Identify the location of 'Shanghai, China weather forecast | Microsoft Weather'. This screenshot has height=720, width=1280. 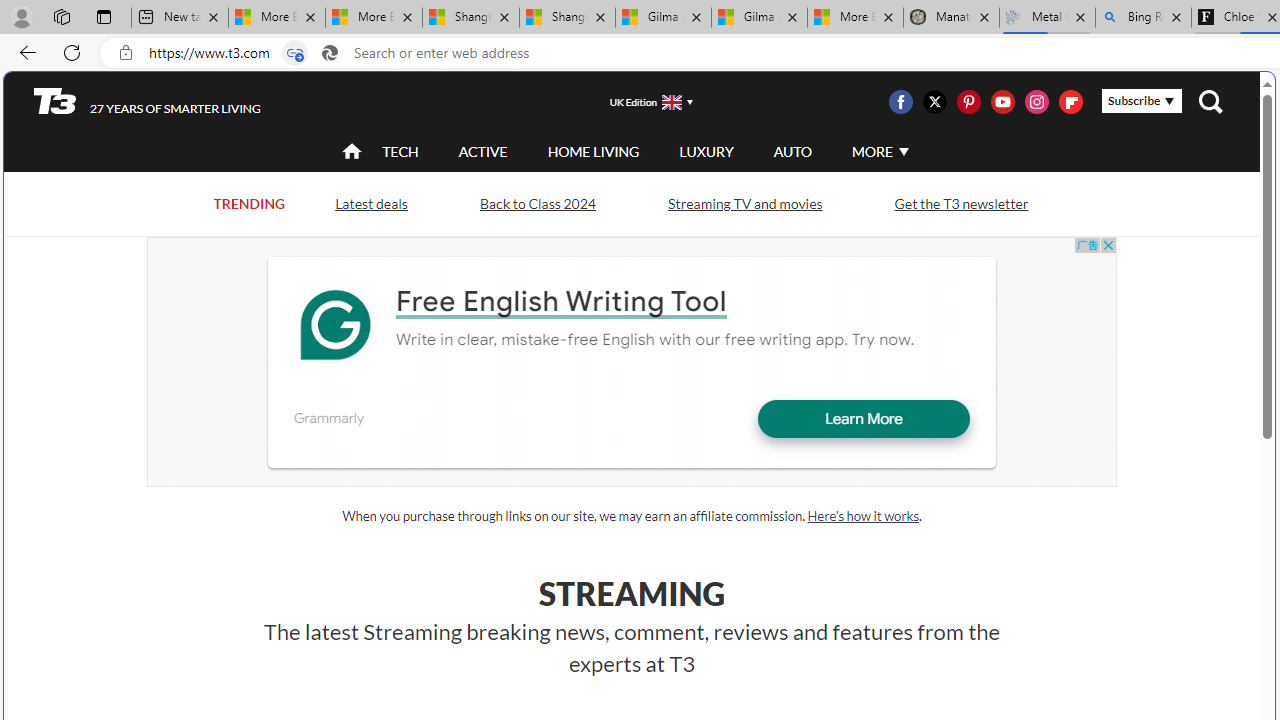
(566, 17).